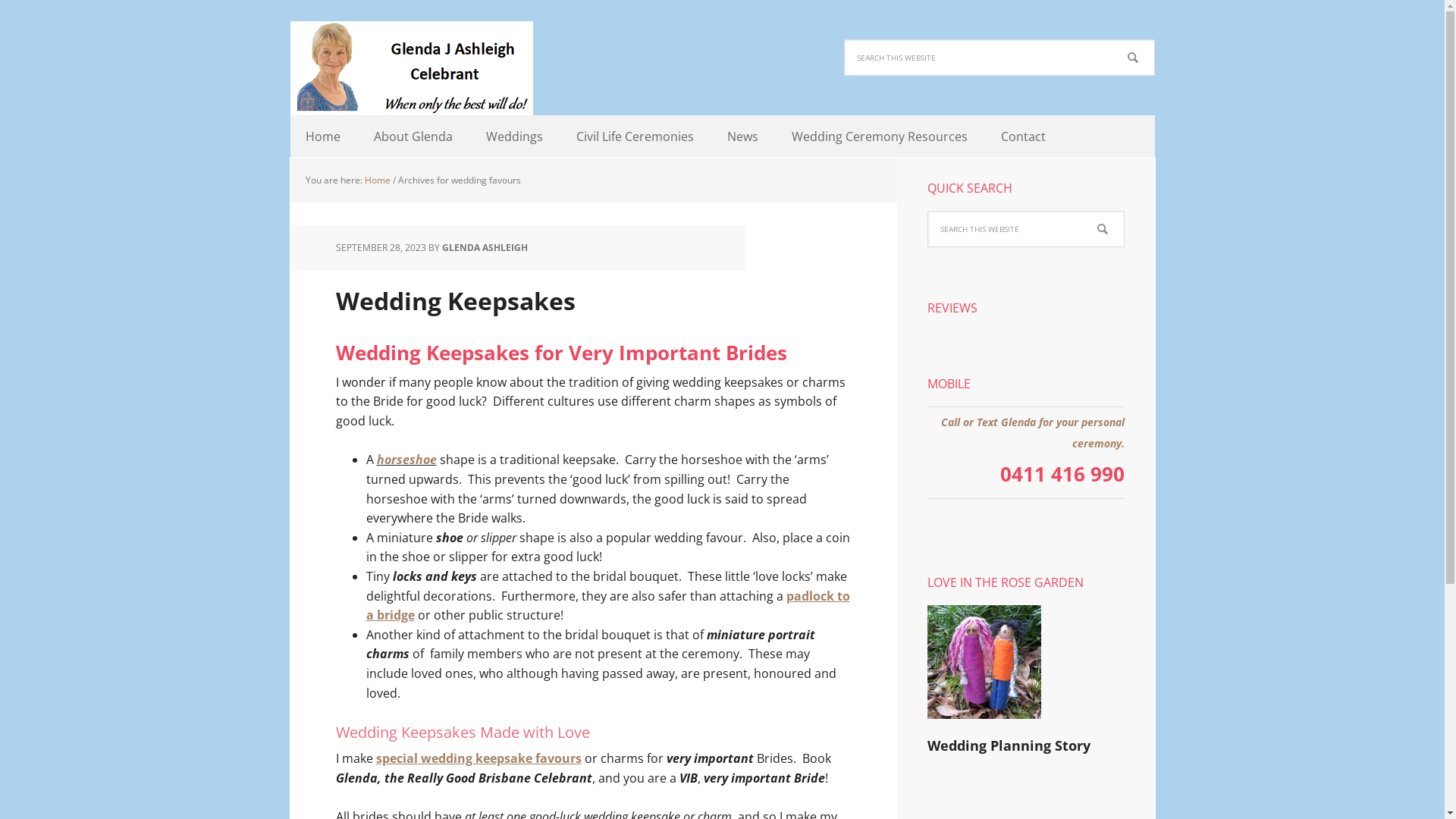  I want to click on 'Home', so click(322, 136).